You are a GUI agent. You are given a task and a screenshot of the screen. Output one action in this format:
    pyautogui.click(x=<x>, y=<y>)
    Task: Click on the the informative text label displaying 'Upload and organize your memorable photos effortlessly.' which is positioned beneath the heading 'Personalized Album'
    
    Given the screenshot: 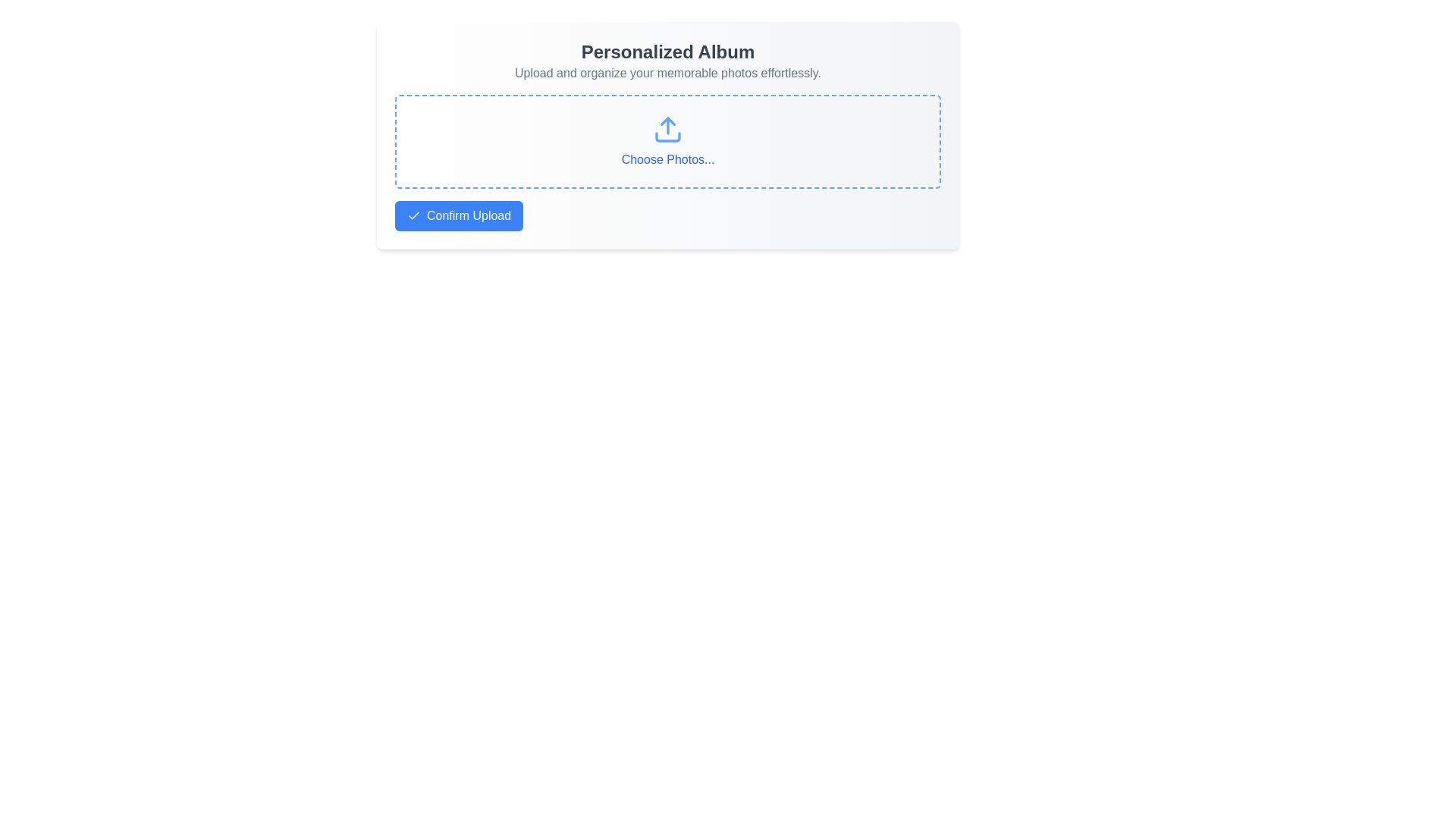 What is the action you would take?
    pyautogui.click(x=667, y=73)
    